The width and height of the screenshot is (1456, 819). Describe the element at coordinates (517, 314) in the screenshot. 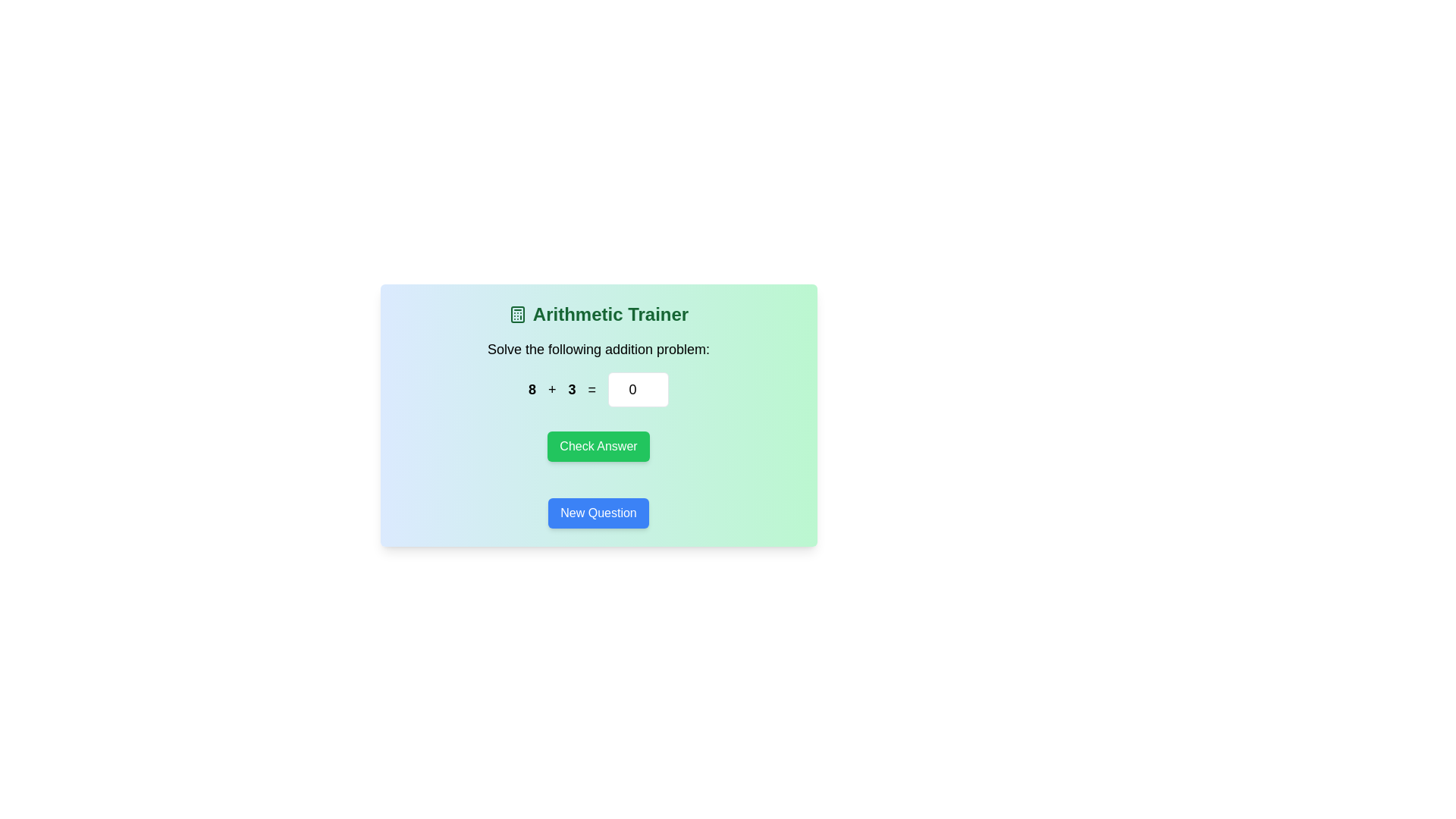

I see `the rectangular SVG element within the calculator icon located in the top-left region of the interface card, adjacent to the title text 'Arithmetic Trainer'` at that location.